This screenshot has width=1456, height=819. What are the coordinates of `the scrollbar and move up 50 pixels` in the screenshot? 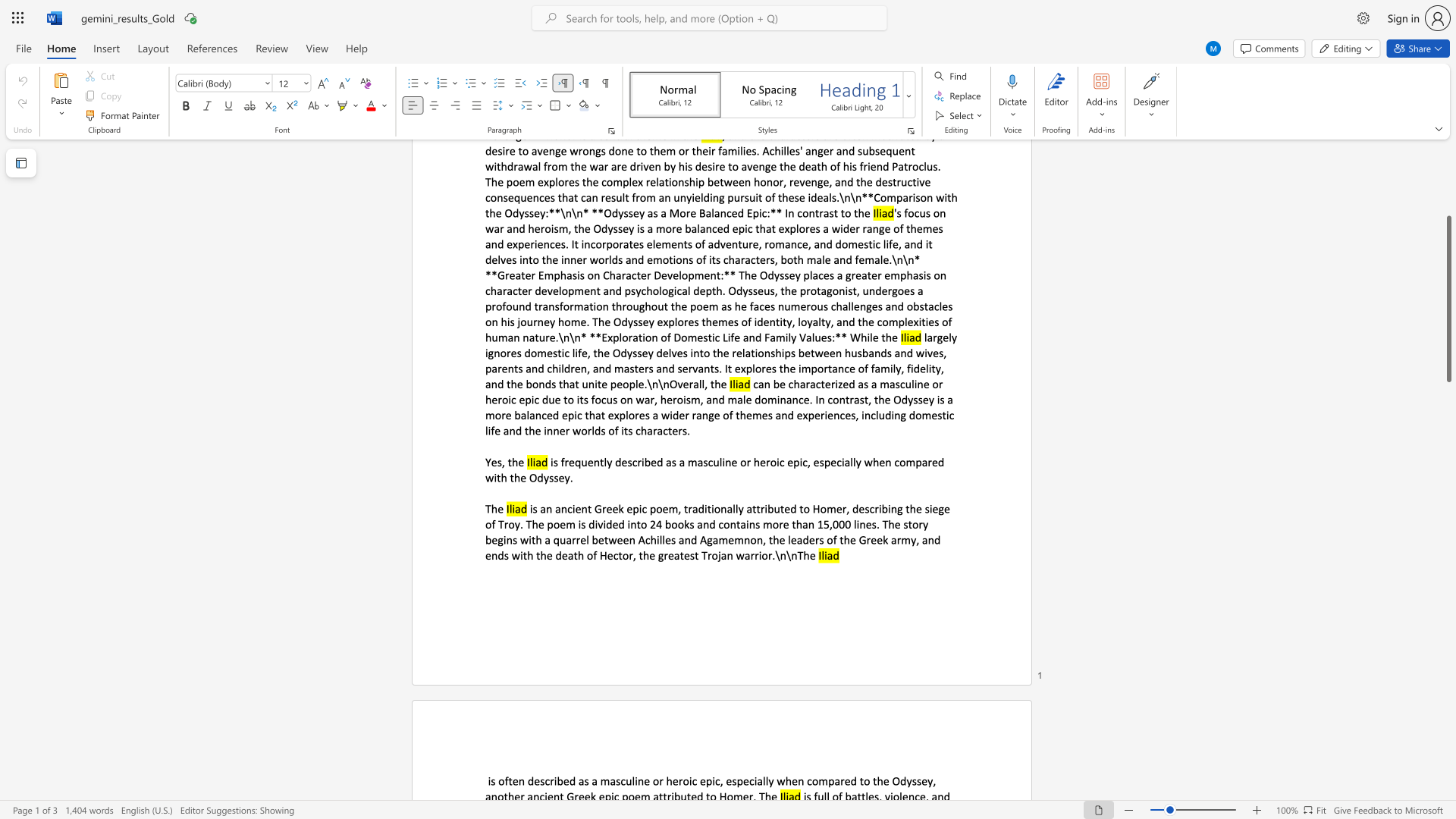 It's located at (1448, 299).